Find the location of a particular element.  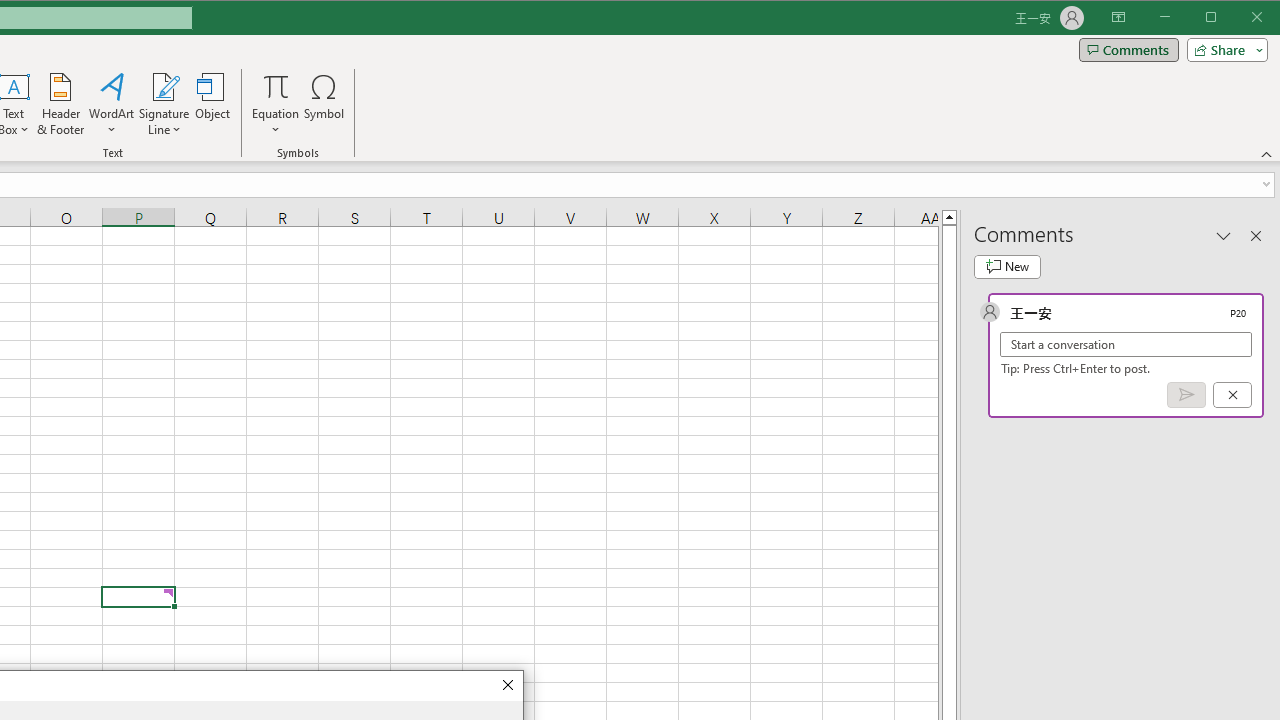

'Equation' is located at coordinates (274, 85).